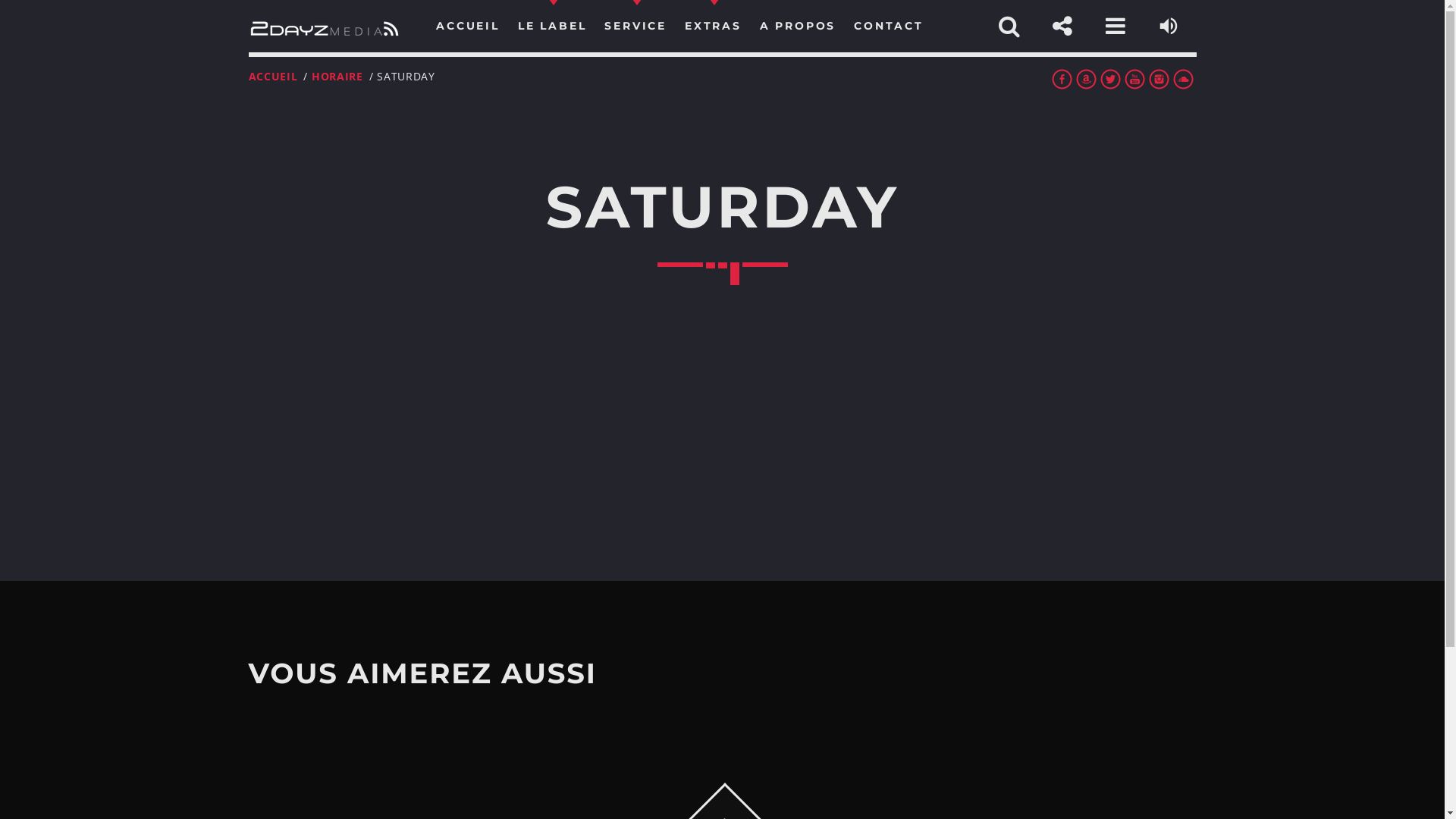 The height and width of the screenshot is (819, 1456). Describe the element at coordinates (337, 76) in the screenshot. I see `'HORAIRE'` at that location.